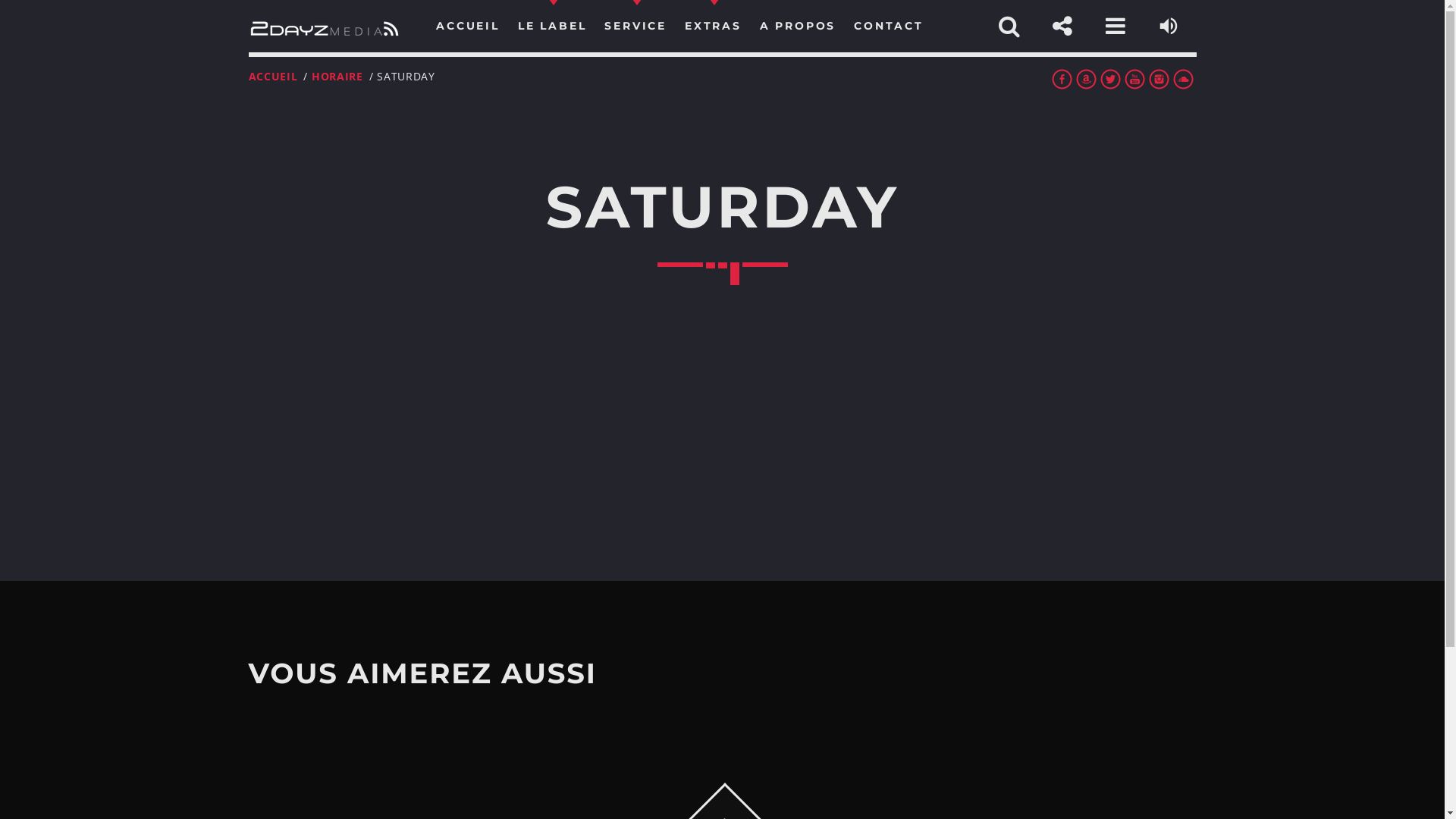 The height and width of the screenshot is (819, 1456). Describe the element at coordinates (337, 76) in the screenshot. I see `'HORAIRE'` at that location.